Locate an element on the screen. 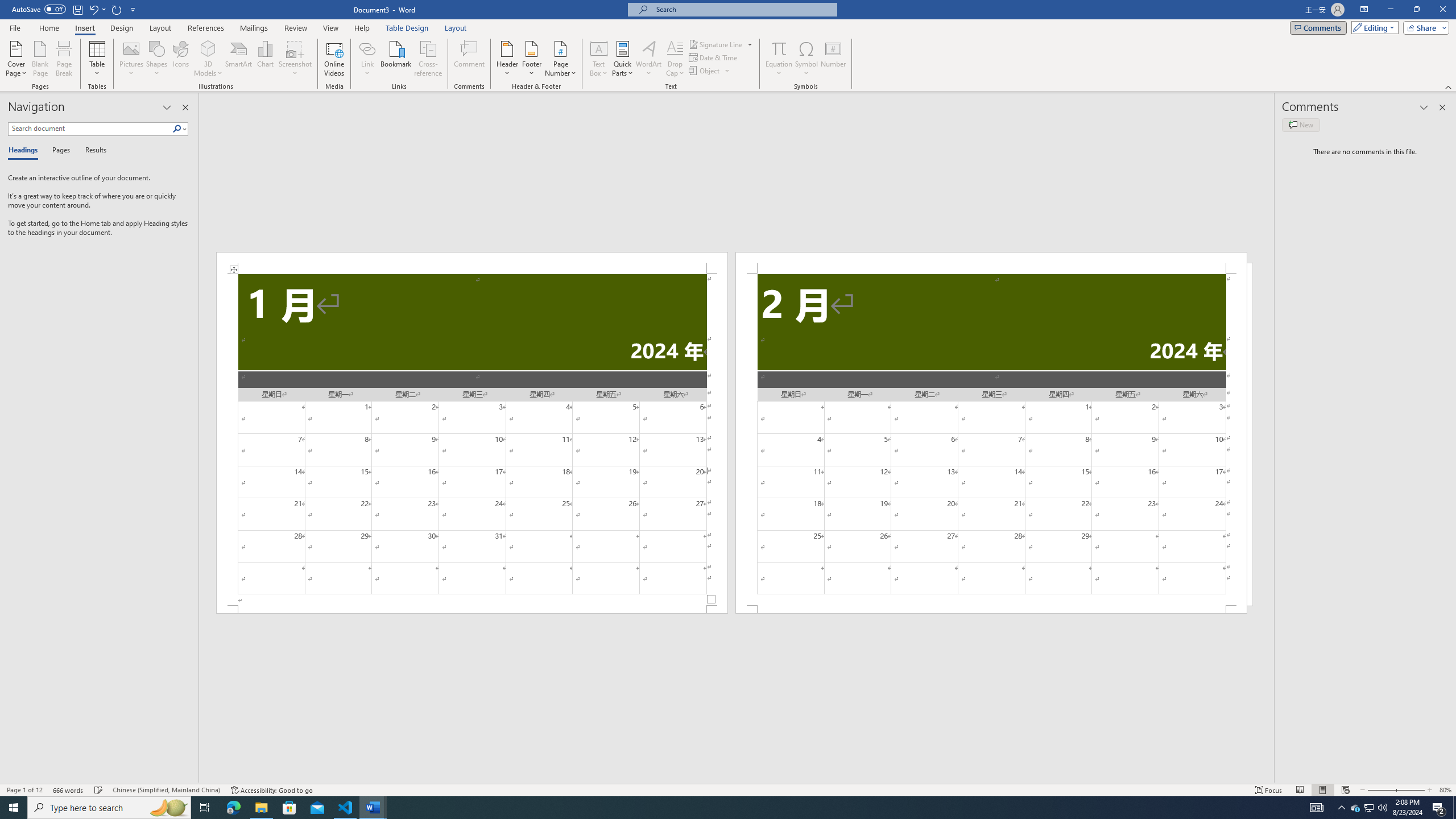 This screenshot has width=1456, height=819. 'Signature Line' is located at coordinates (721, 44).